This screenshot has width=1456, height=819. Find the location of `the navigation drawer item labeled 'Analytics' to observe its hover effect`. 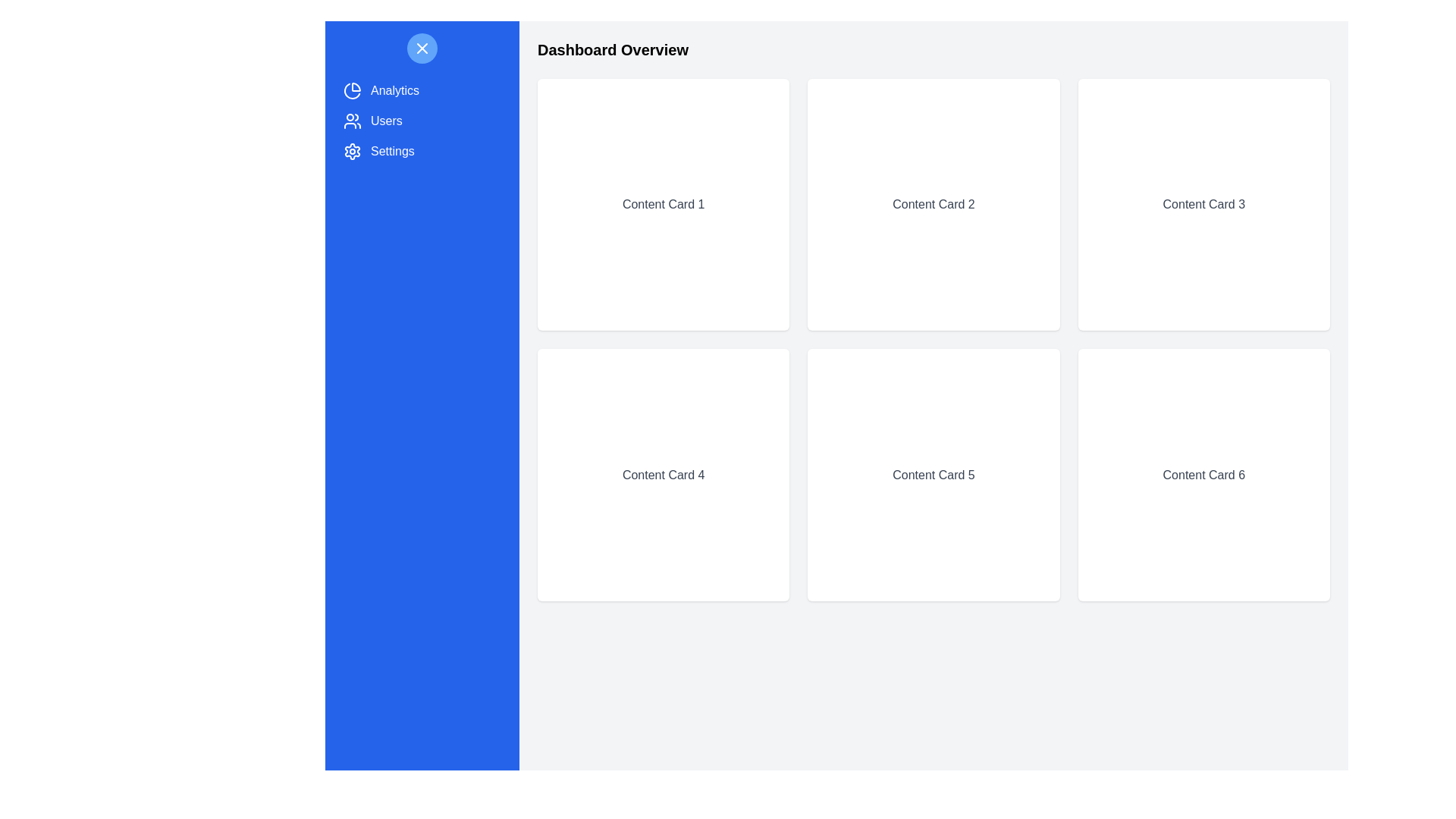

the navigation drawer item labeled 'Analytics' to observe its hover effect is located at coordinates (422, 90).